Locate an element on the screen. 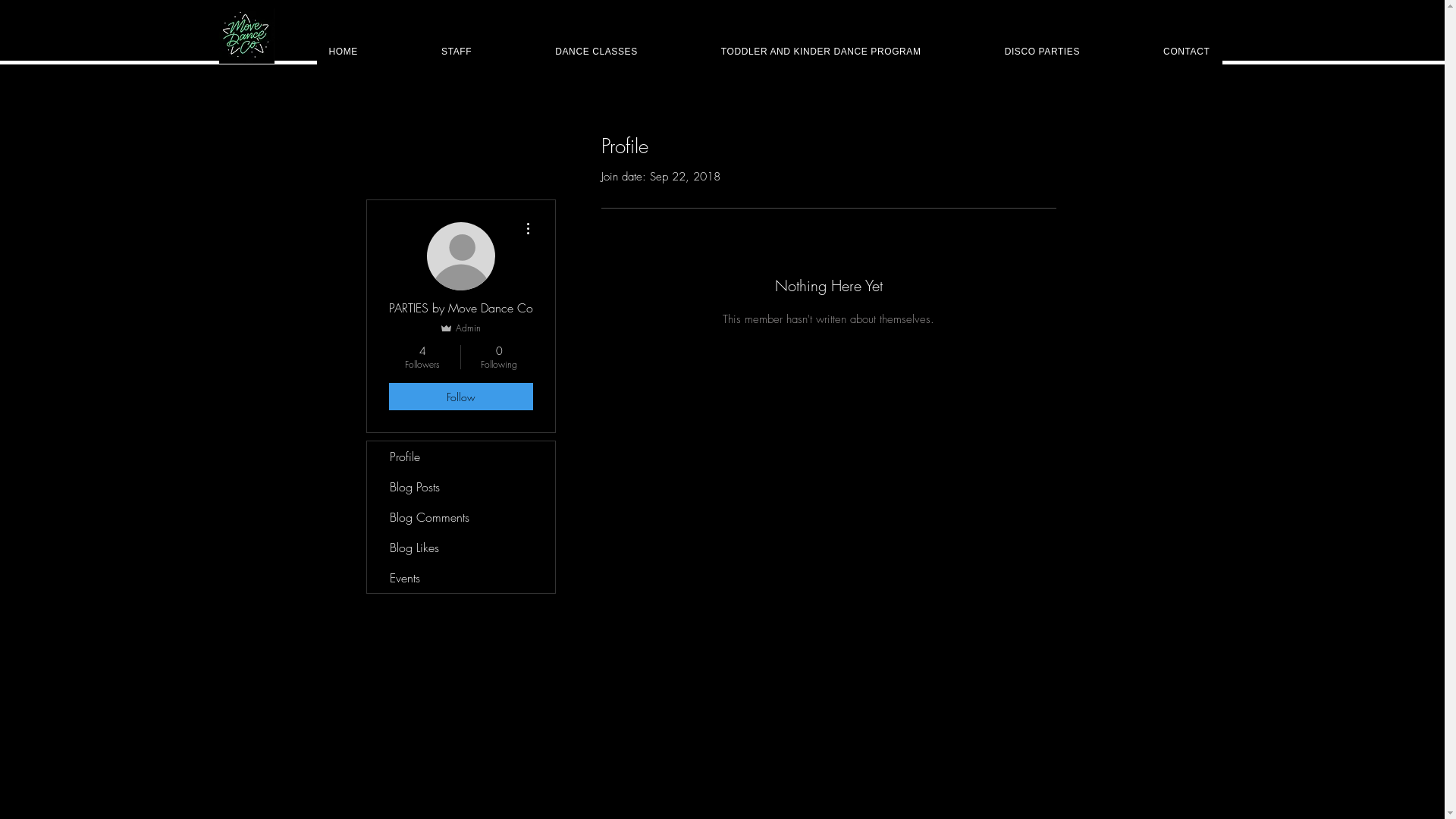  'DISCO PARTIES' is located at coordinates (993, 51).